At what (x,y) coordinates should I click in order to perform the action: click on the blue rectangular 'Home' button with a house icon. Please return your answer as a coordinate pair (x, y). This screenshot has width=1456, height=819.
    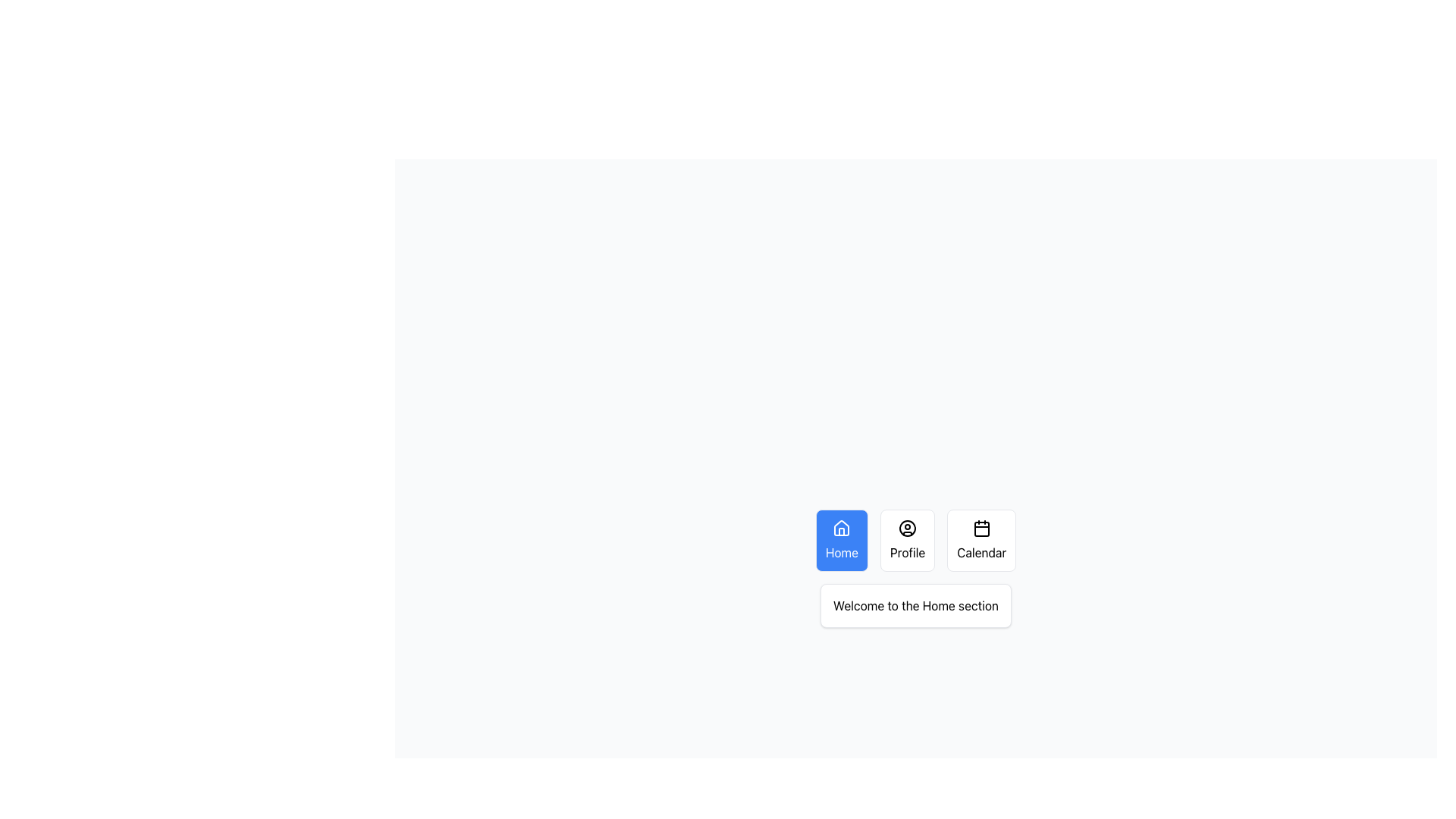
    Looking at the image, I should click on (840, 540).